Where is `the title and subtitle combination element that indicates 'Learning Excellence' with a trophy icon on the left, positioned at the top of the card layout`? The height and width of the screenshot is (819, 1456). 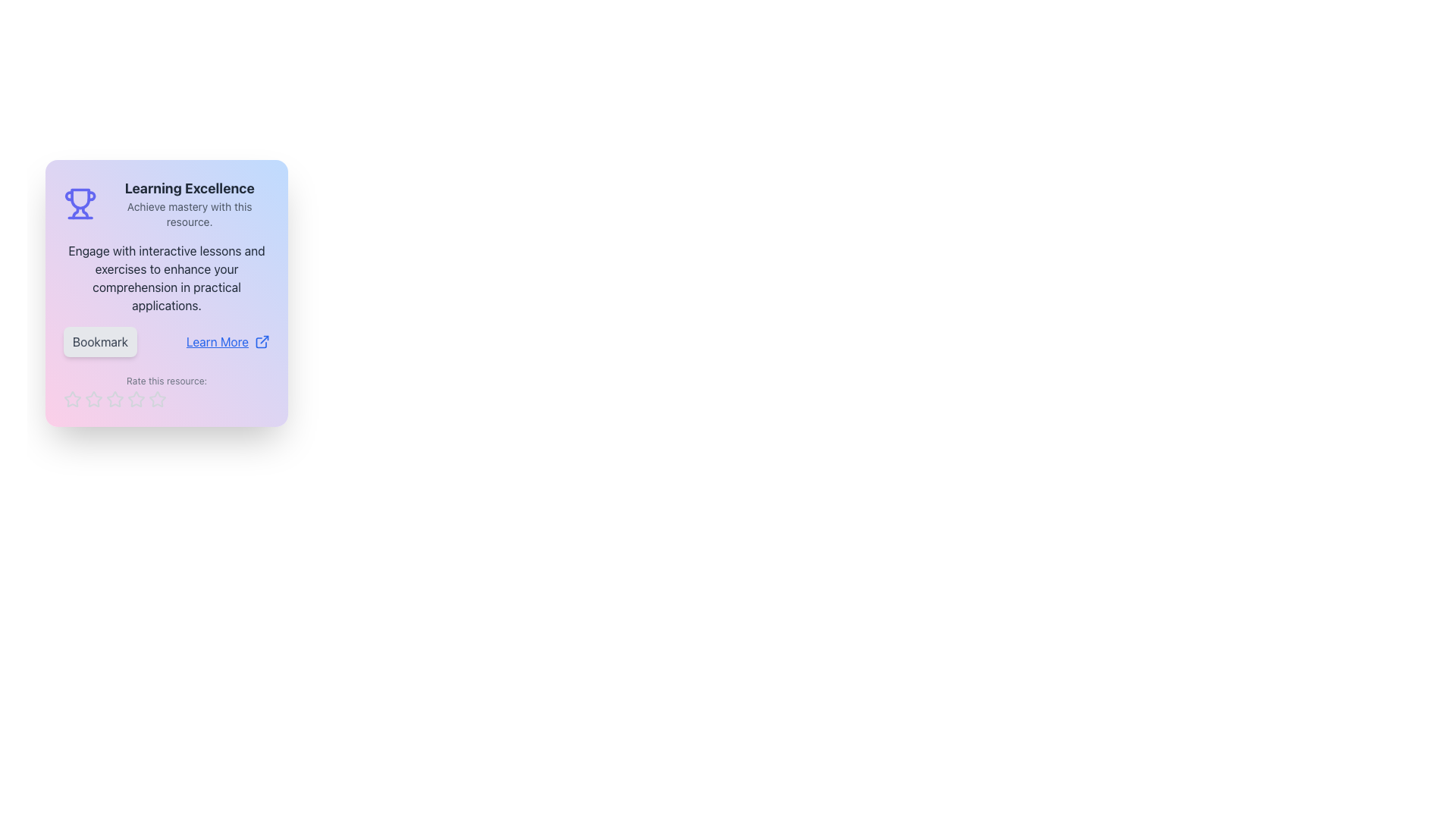 the title and subtitle combination element that indicates 'Learning Excellence' with a trophy icon on the left, positioned at the top of the card layout is located at coordinates (167, 203).